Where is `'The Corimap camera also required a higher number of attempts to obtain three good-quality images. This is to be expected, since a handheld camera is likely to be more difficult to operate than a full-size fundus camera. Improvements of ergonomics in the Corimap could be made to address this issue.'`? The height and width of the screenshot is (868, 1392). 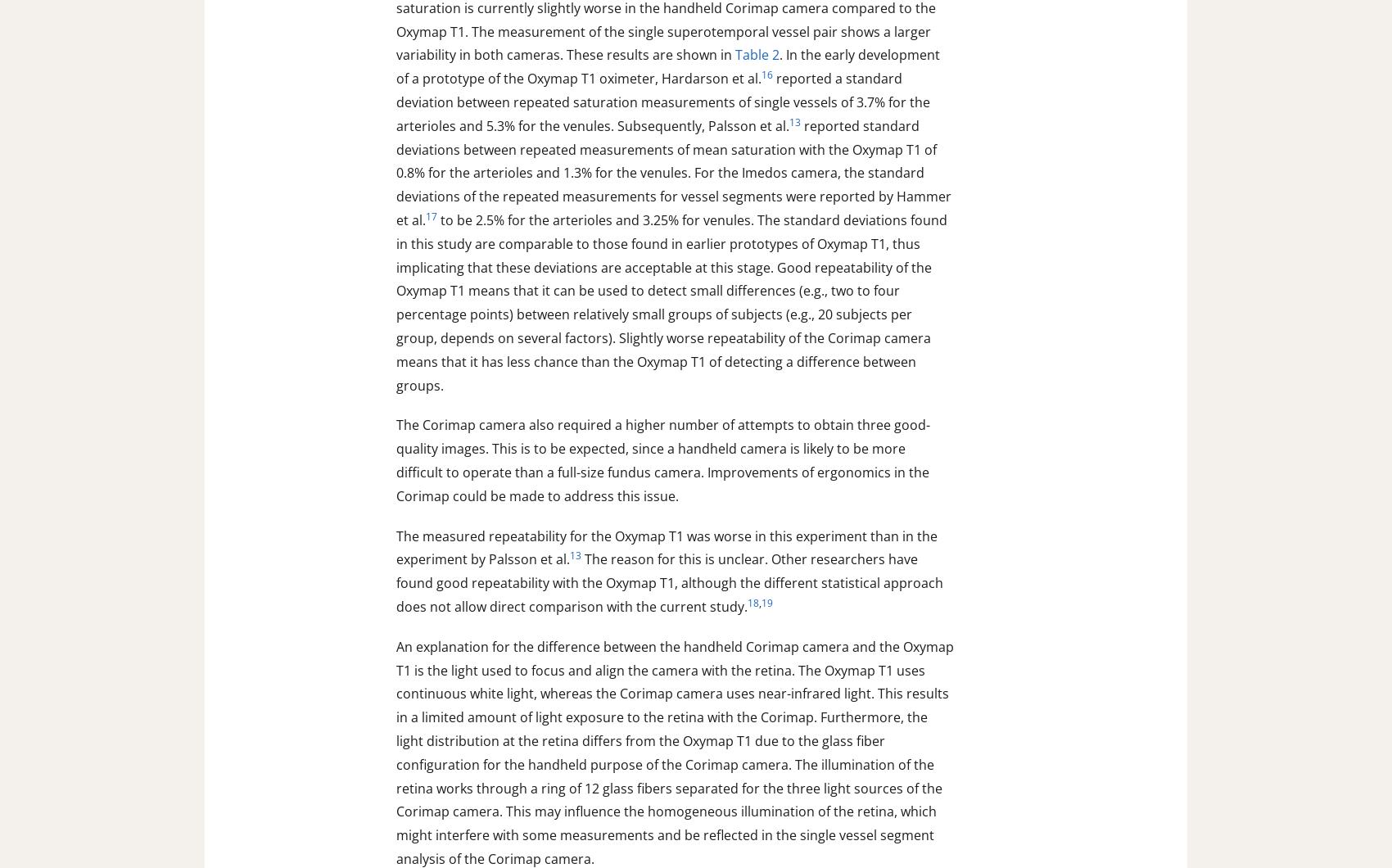 'The Corimap camera also required a higher number of attempts to obtain three good-quality images. This is to be expected, since a handheld camera is likely to be more difficult to operate than a full-size fundus camera. Improvements of ergonomics in the Corimap could be made to address this issue.' is located at coordinates (662, 460).